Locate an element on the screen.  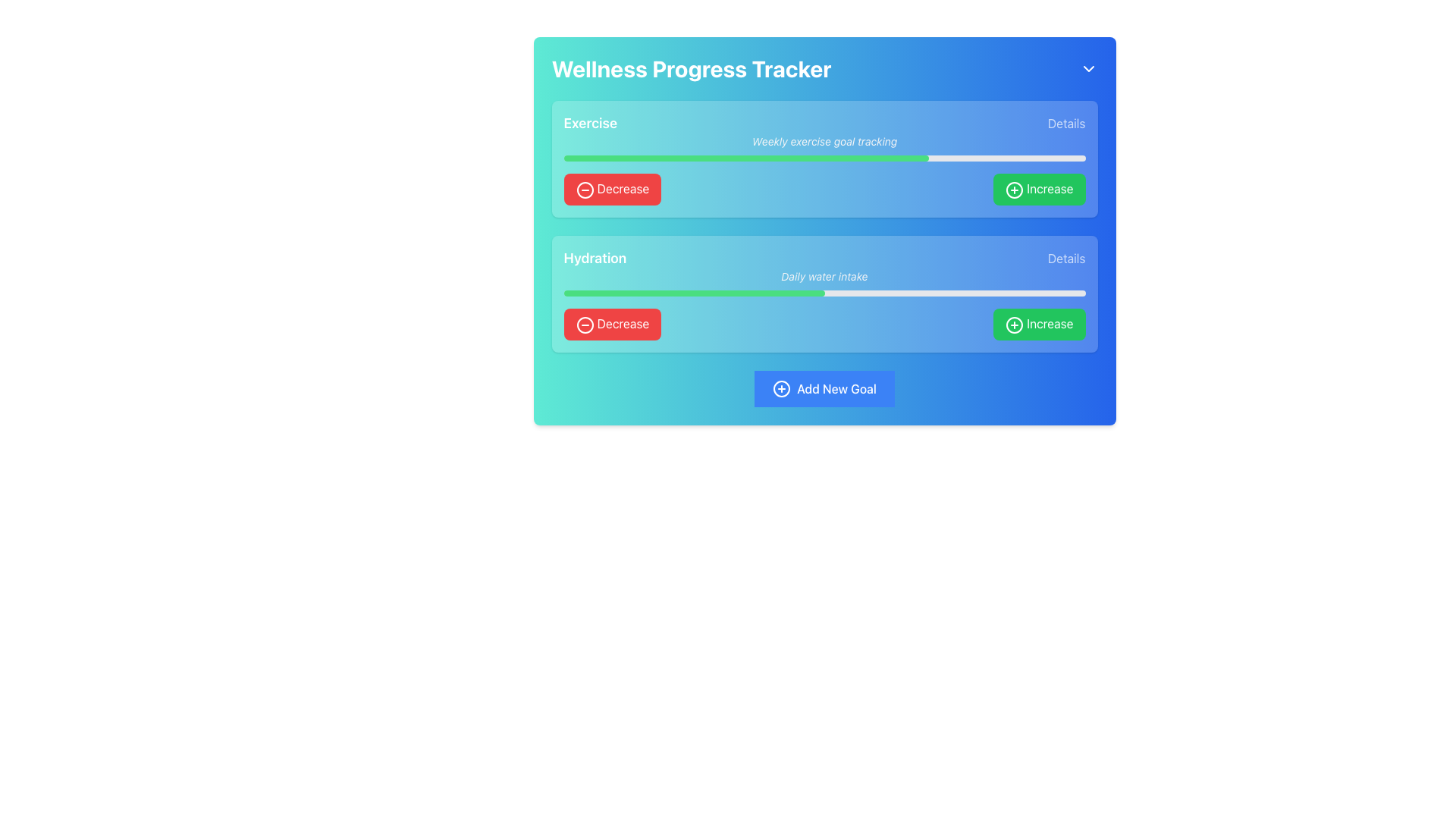
the Progress Bar in the Wellness Progress Tracker interface is located at coordinates (824, 158).